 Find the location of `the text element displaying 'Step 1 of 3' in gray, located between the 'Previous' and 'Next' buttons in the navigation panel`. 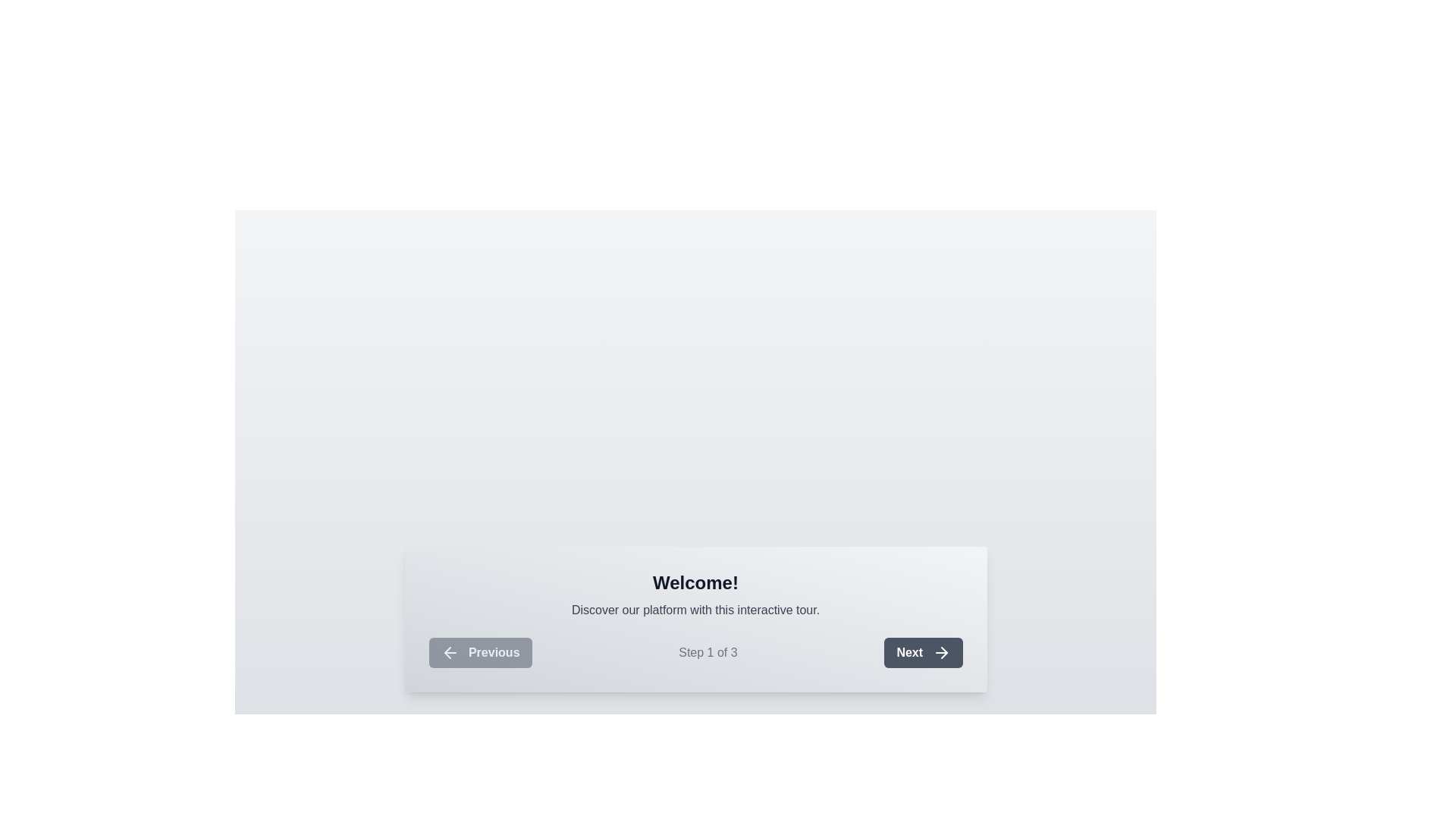

the text element displaying 'Step 1 of 3' in gray, located between the 'Previous' and 'Next' buttons in the navigation panel is located at coordinates (707, 651).